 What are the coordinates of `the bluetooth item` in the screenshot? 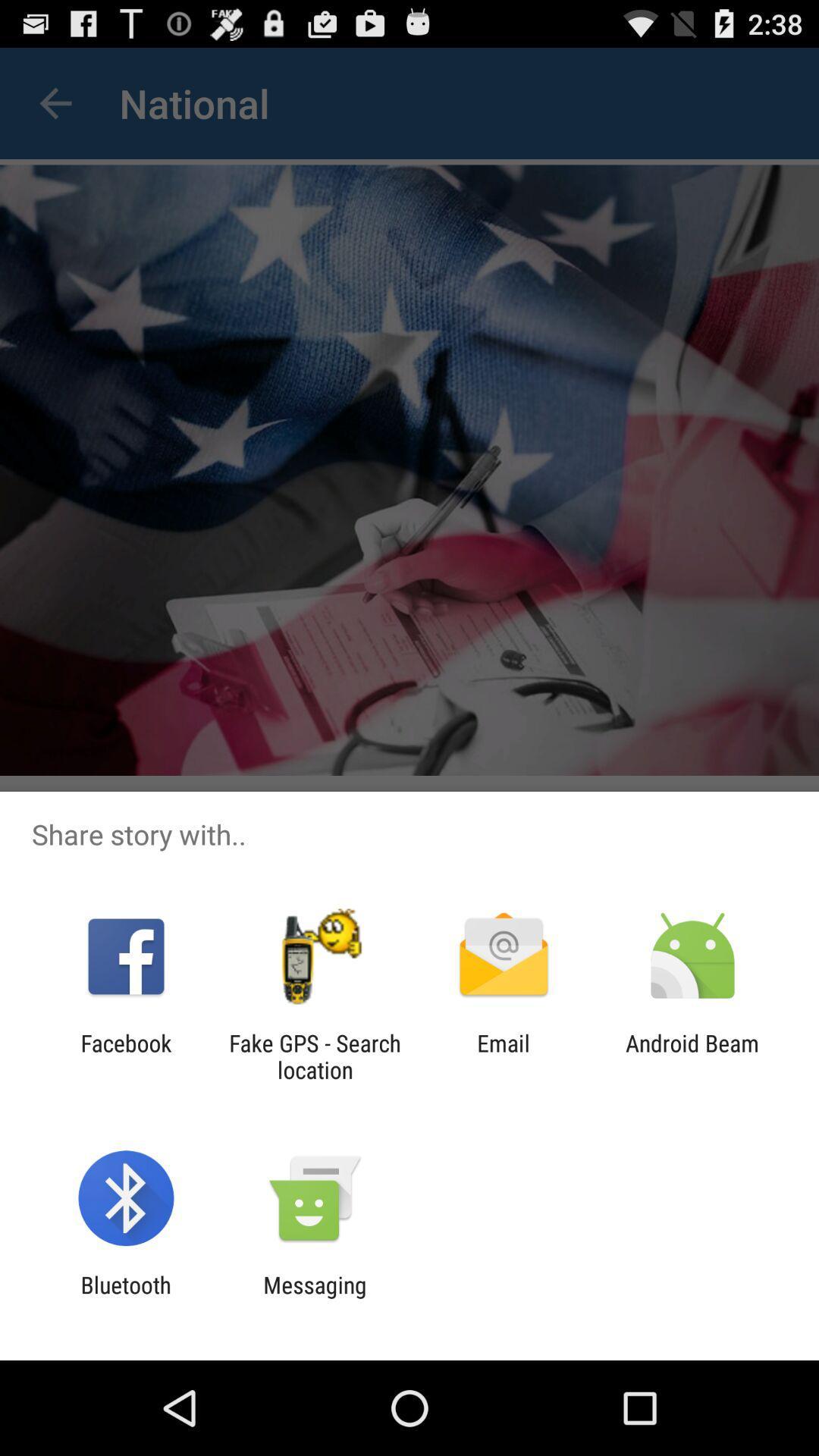 It's located at (125, 1298).